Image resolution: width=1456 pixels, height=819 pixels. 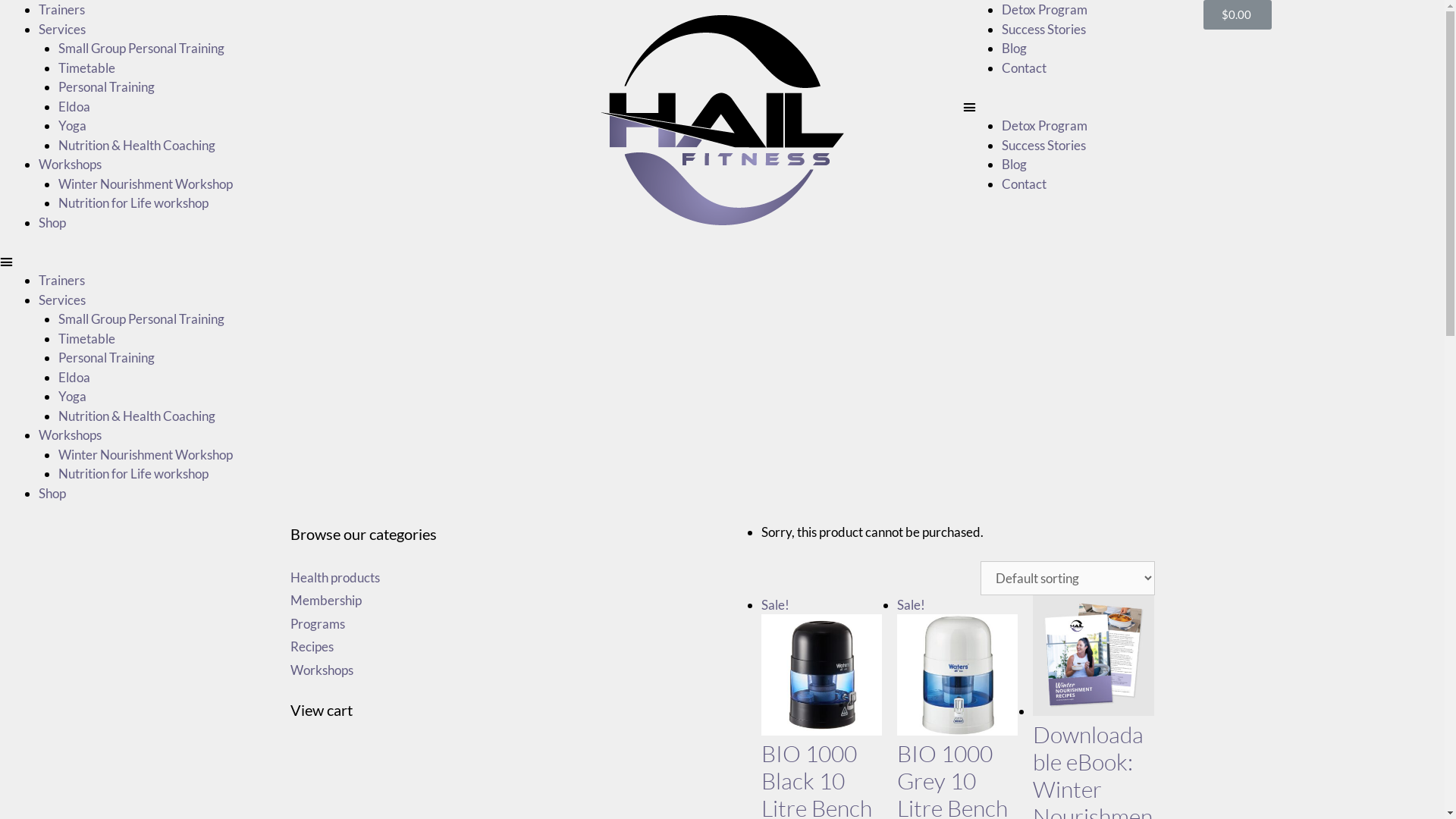 I want to click on 'Blog', so click(x=1014, y=164).